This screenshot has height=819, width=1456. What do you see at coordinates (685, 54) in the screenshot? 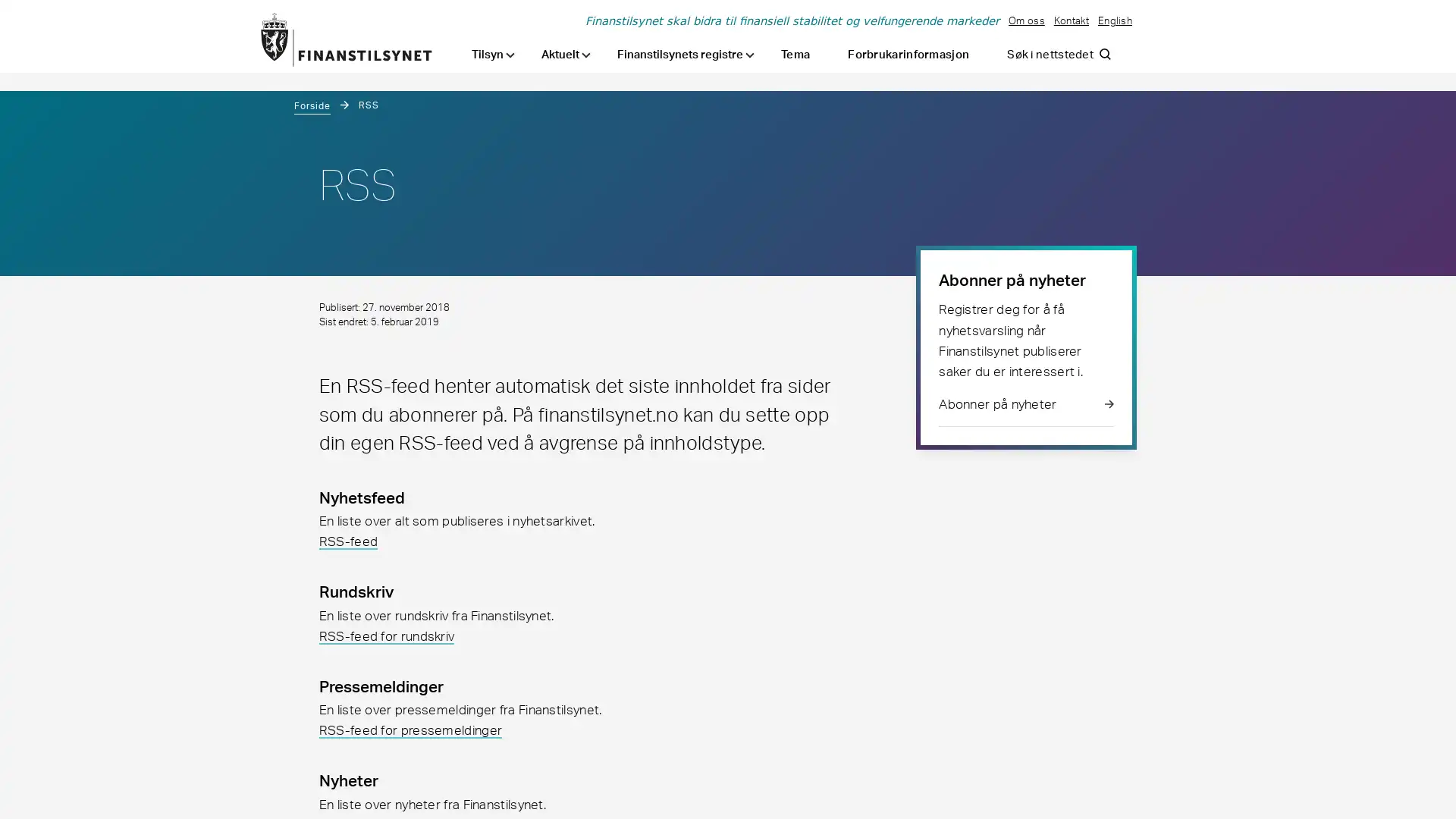
I see `Finanstilsynets registre Finanstilsynets registre` at bounding box center [685, 54].